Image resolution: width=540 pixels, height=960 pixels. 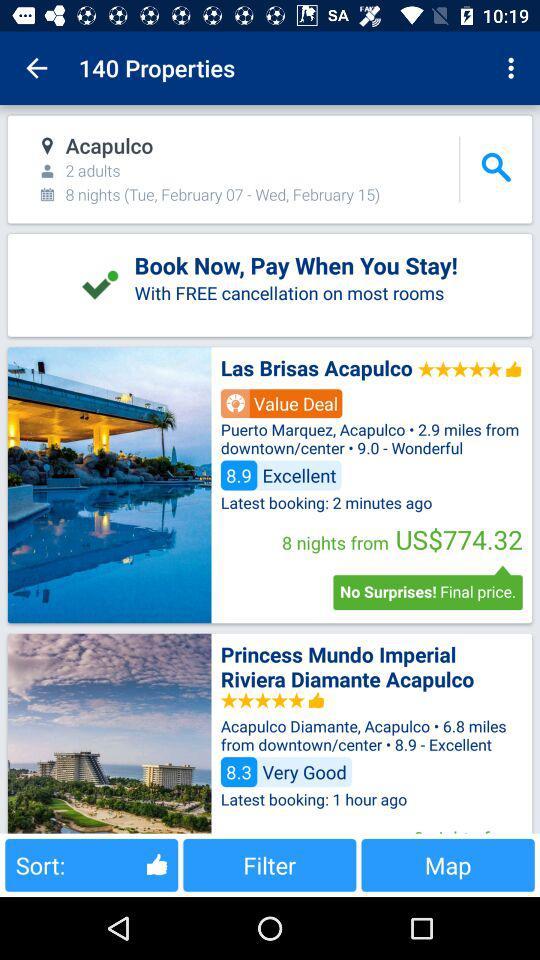 I want to click on the item to the left of map item, so click(x=269, y=864).